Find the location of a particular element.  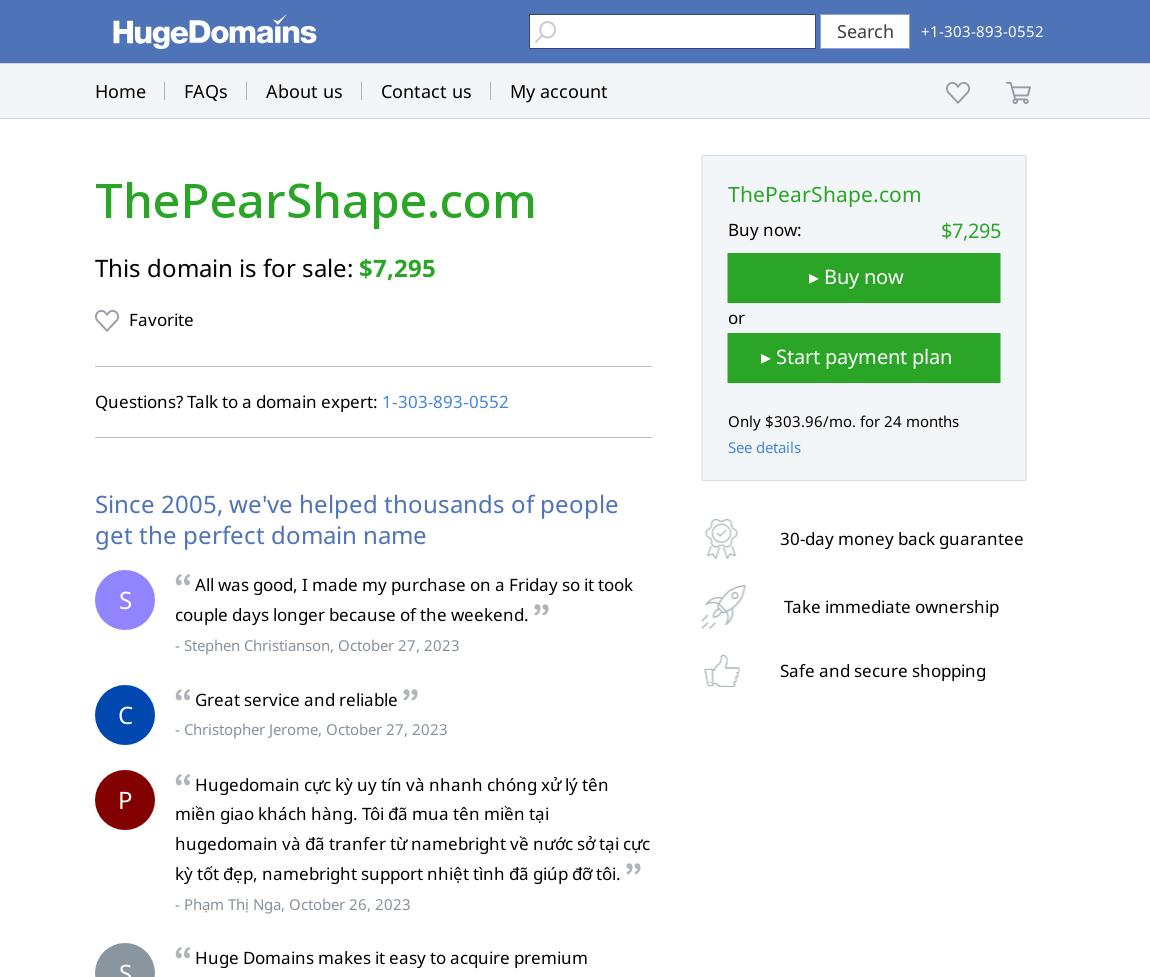

'About us' is located at coordinates (304, 90).